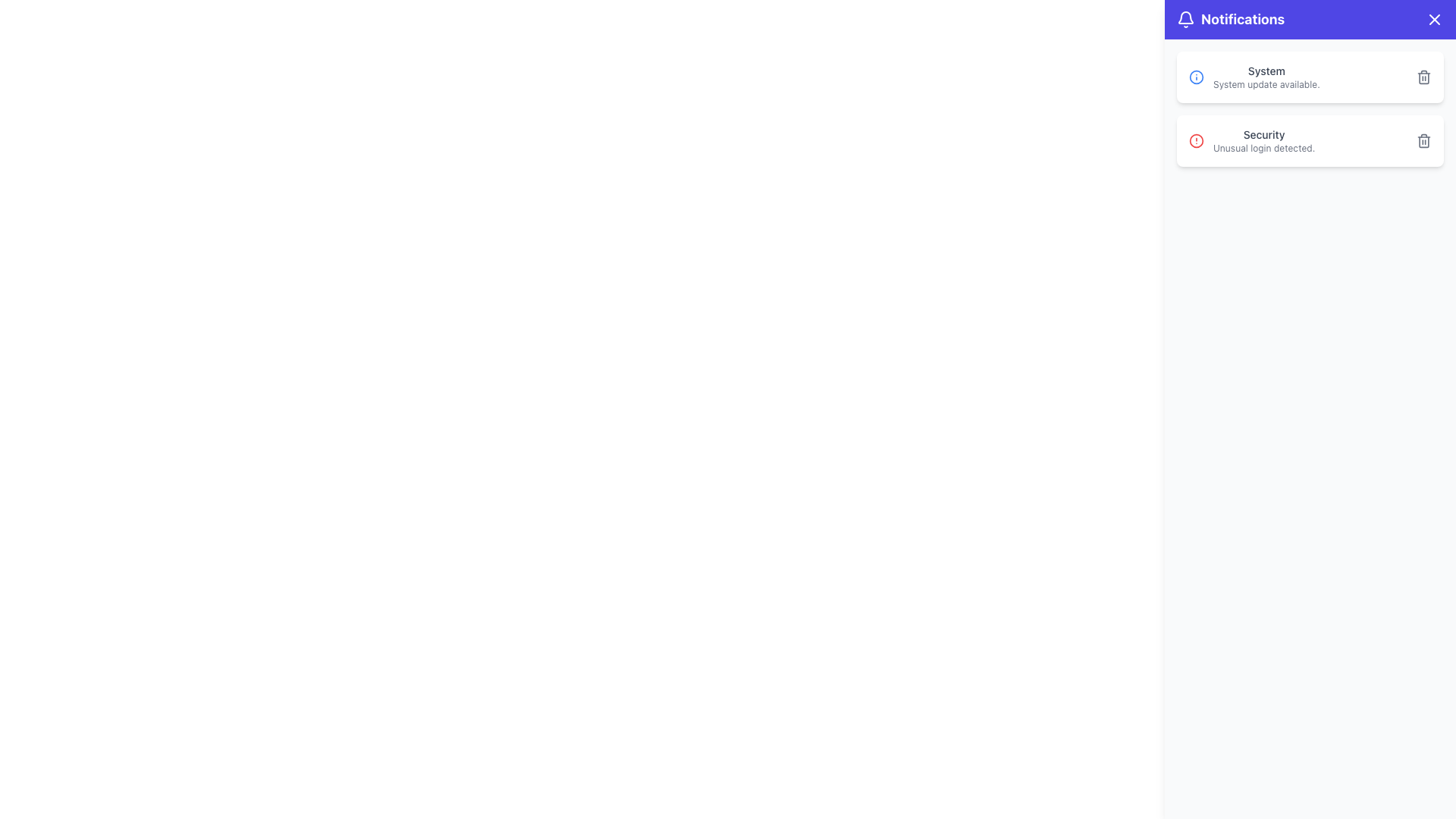 The height and width of the screenshot is (819, 1456). I want to click on the notification message indicating an unusual login attempt in the right sidebar, located below the 'System update available' notification, so click(1264, 140).